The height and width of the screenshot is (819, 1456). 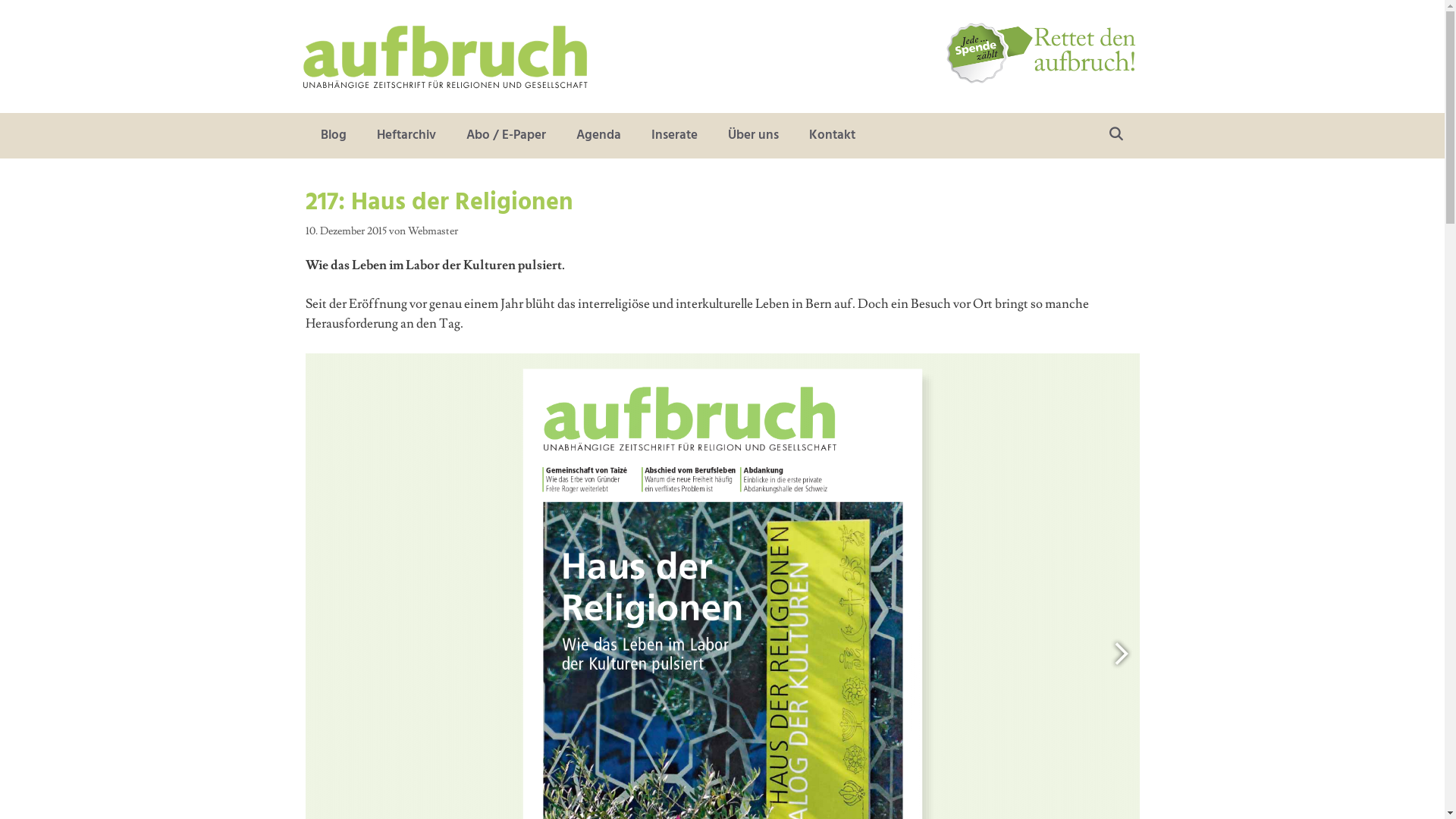 I want to click on 'Kontakt', so click(x=830, y=134).